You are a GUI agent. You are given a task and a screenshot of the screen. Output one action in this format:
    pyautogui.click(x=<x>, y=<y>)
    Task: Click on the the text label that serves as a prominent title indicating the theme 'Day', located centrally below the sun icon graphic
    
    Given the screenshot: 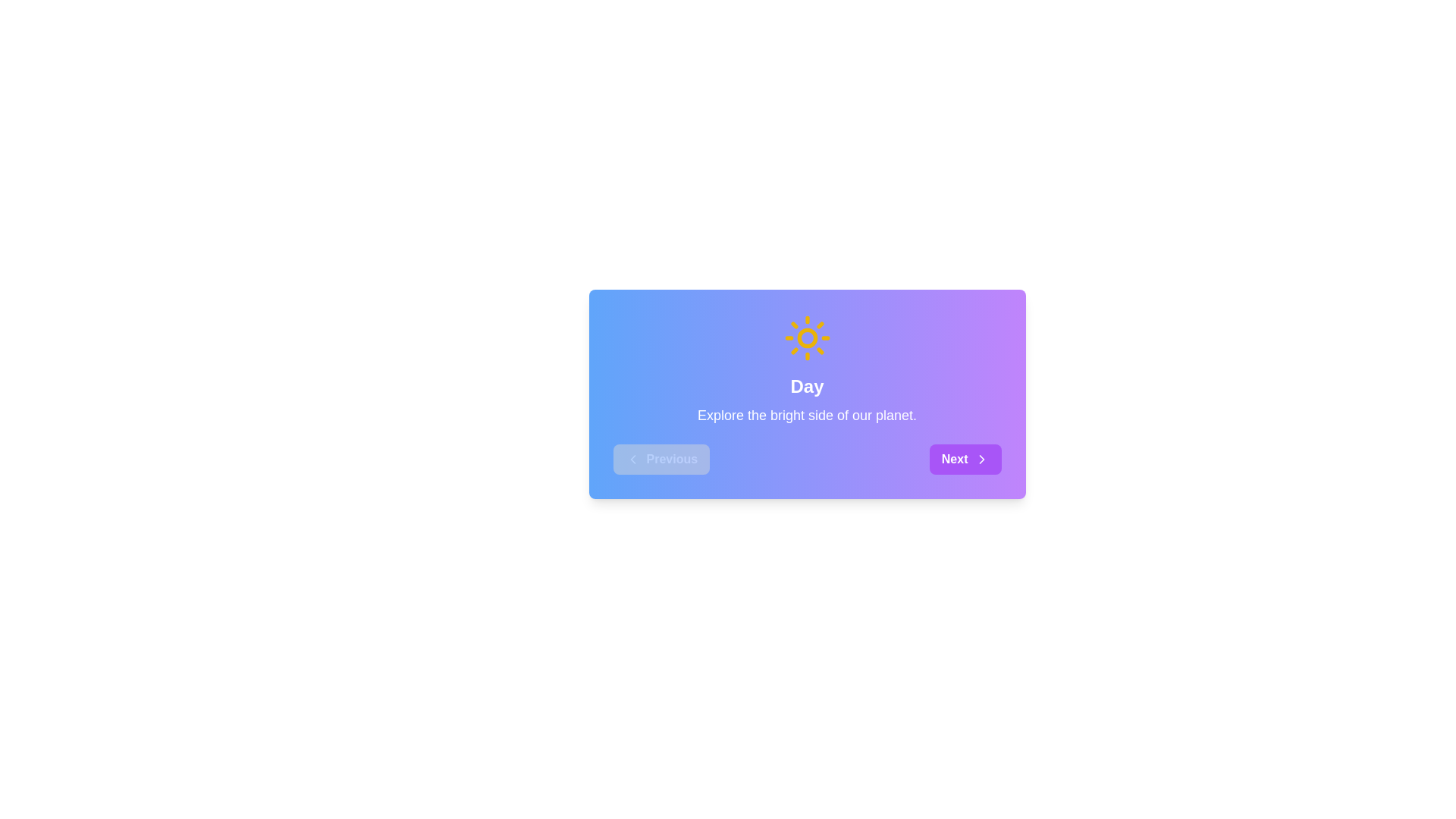 What is the action you would take?
    pyautogui.click(x=806, y=385)
    